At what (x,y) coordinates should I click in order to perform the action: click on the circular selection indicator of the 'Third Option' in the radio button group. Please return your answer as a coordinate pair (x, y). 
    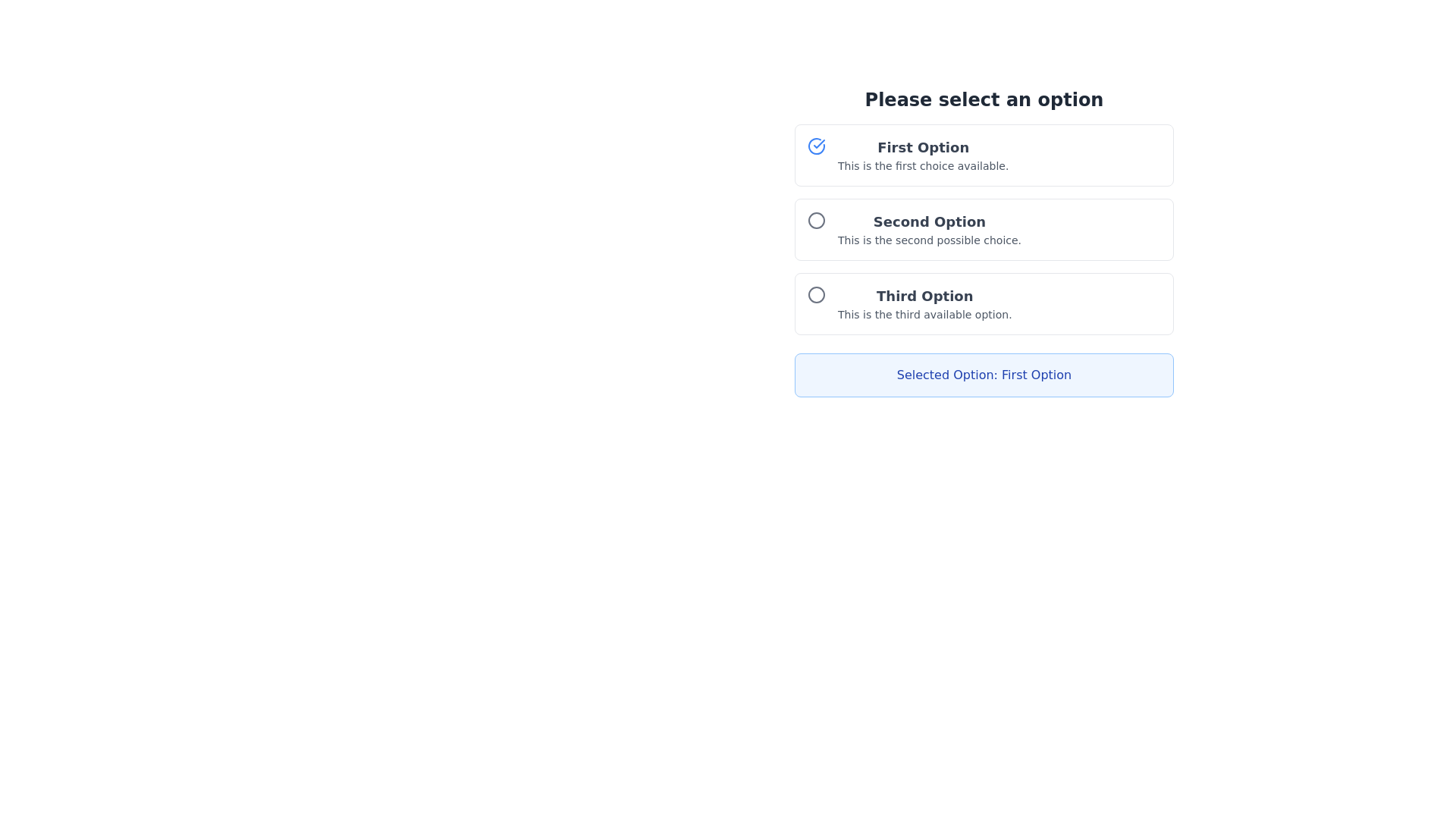
    Looking at the image, I should click on (815, 295).